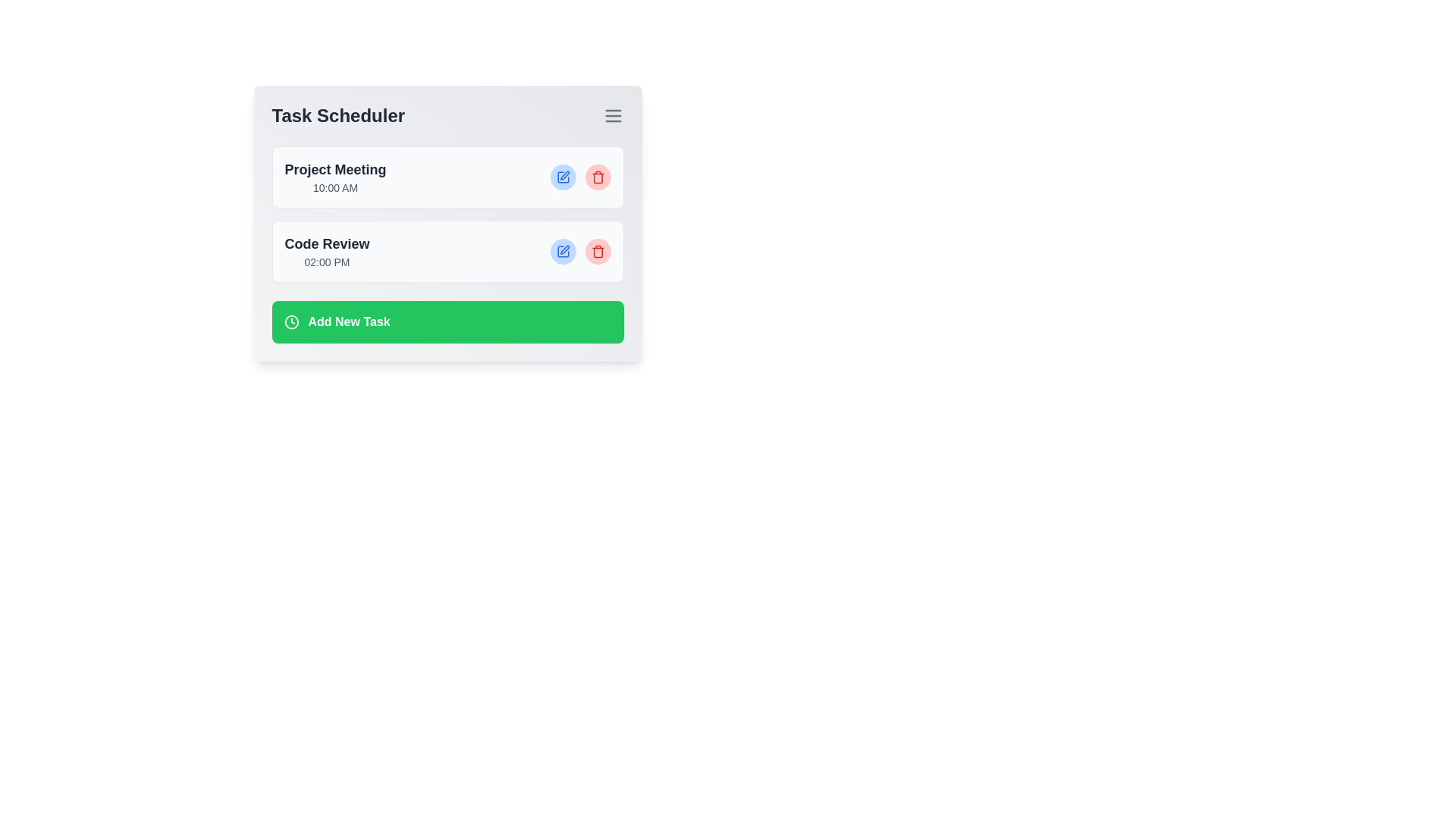 This screenshot has width=1456, height=819. Describe the element at coordinates (334, 169) in the screenshot. I see `text label that serves as the title of a scheduled task, located above the '10:00 AM' element in the task scheduler interface` at that location.